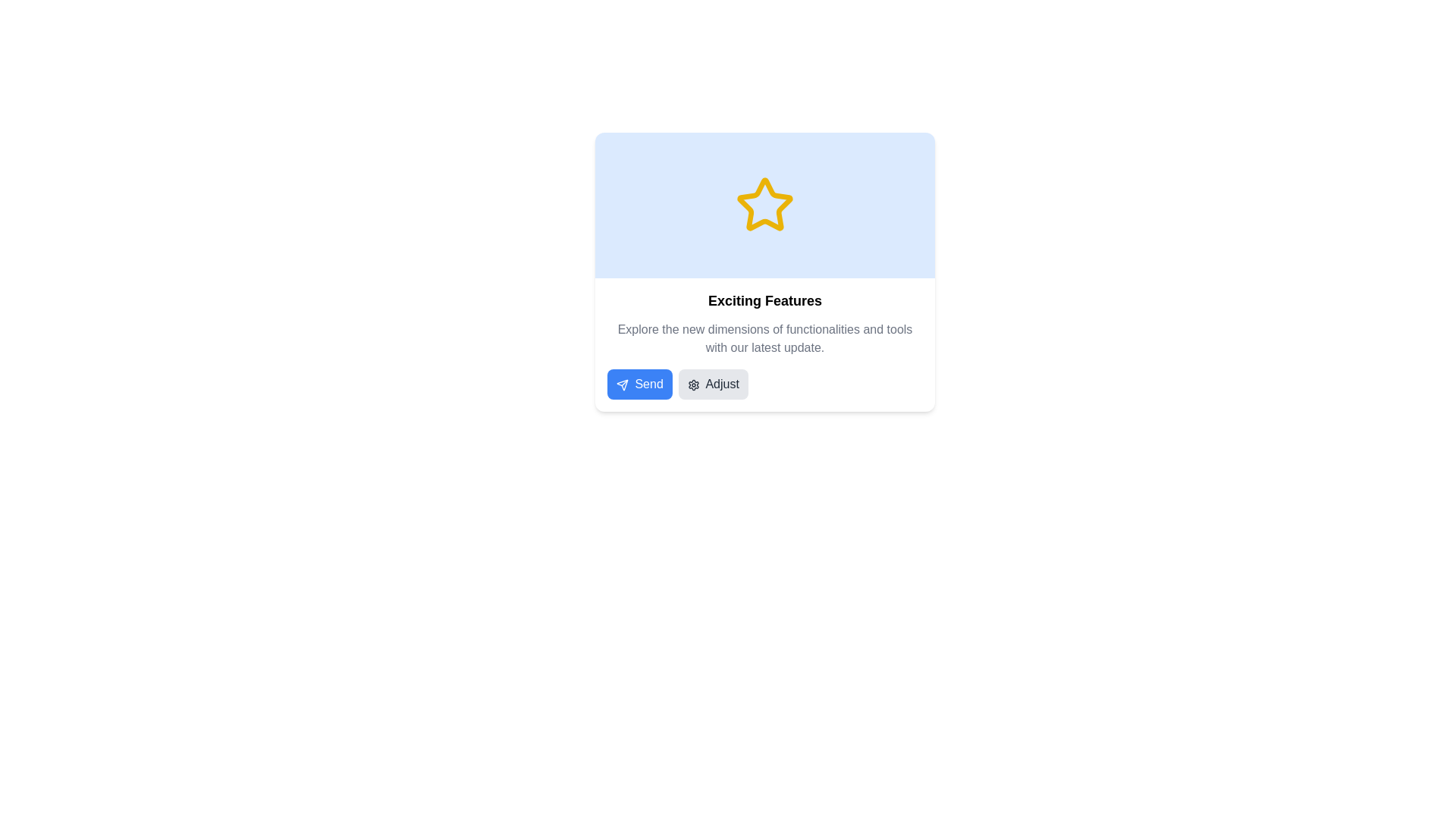 The width and height of the screenshot is (1456, 819). What do you see at coordinates (622, 383) in the screenshot?
I see `the 'Send' button icon located in the lower-left corner of the card titled 'Exciting Features'` at bounding box center [622, 383].